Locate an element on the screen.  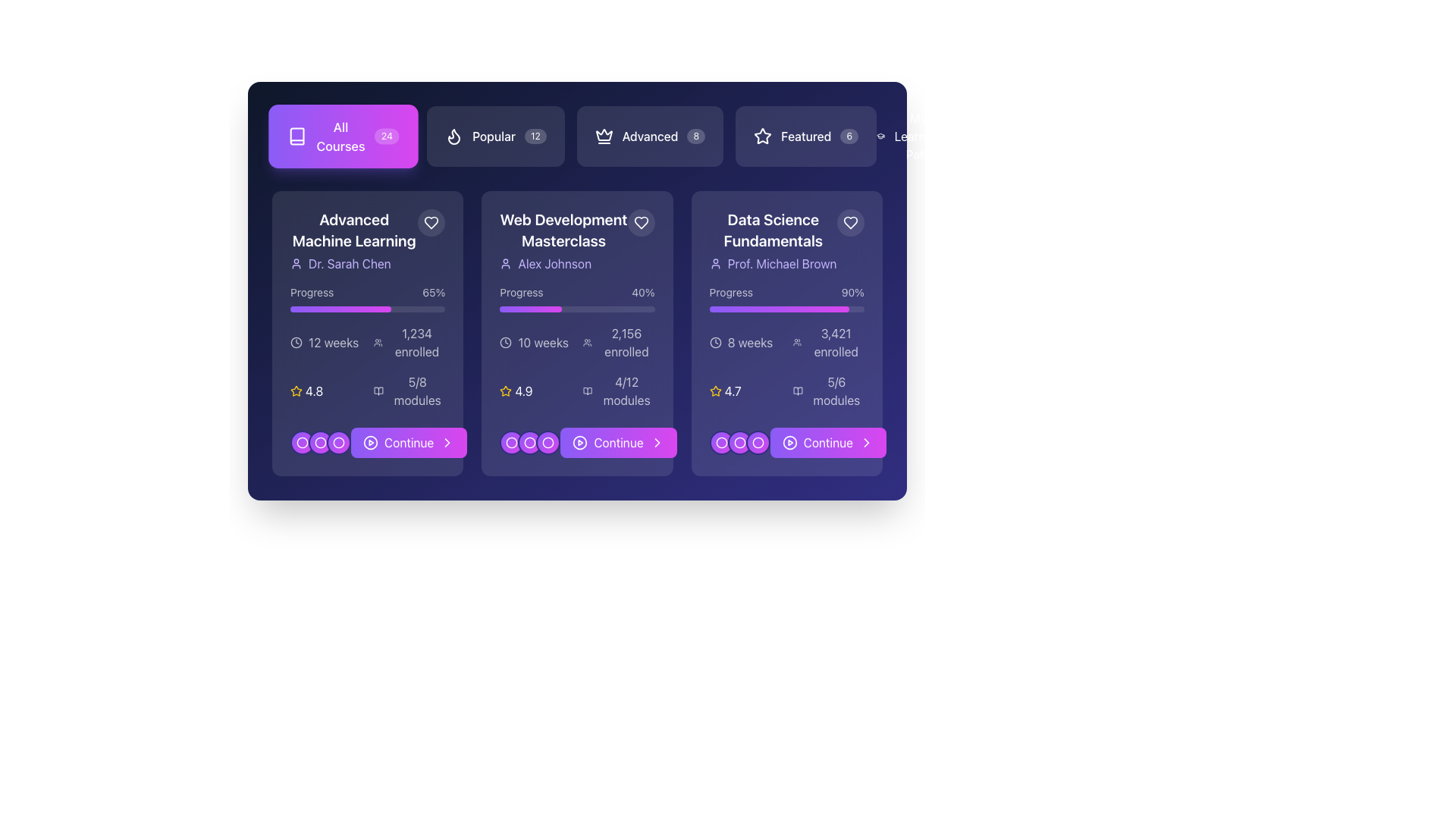
small circular outlined icon with a gradient-fuchsia filled background located in the bottom-left corner of the 'Advanced Machine Learning' card for information is located at coordinates (319, 442).